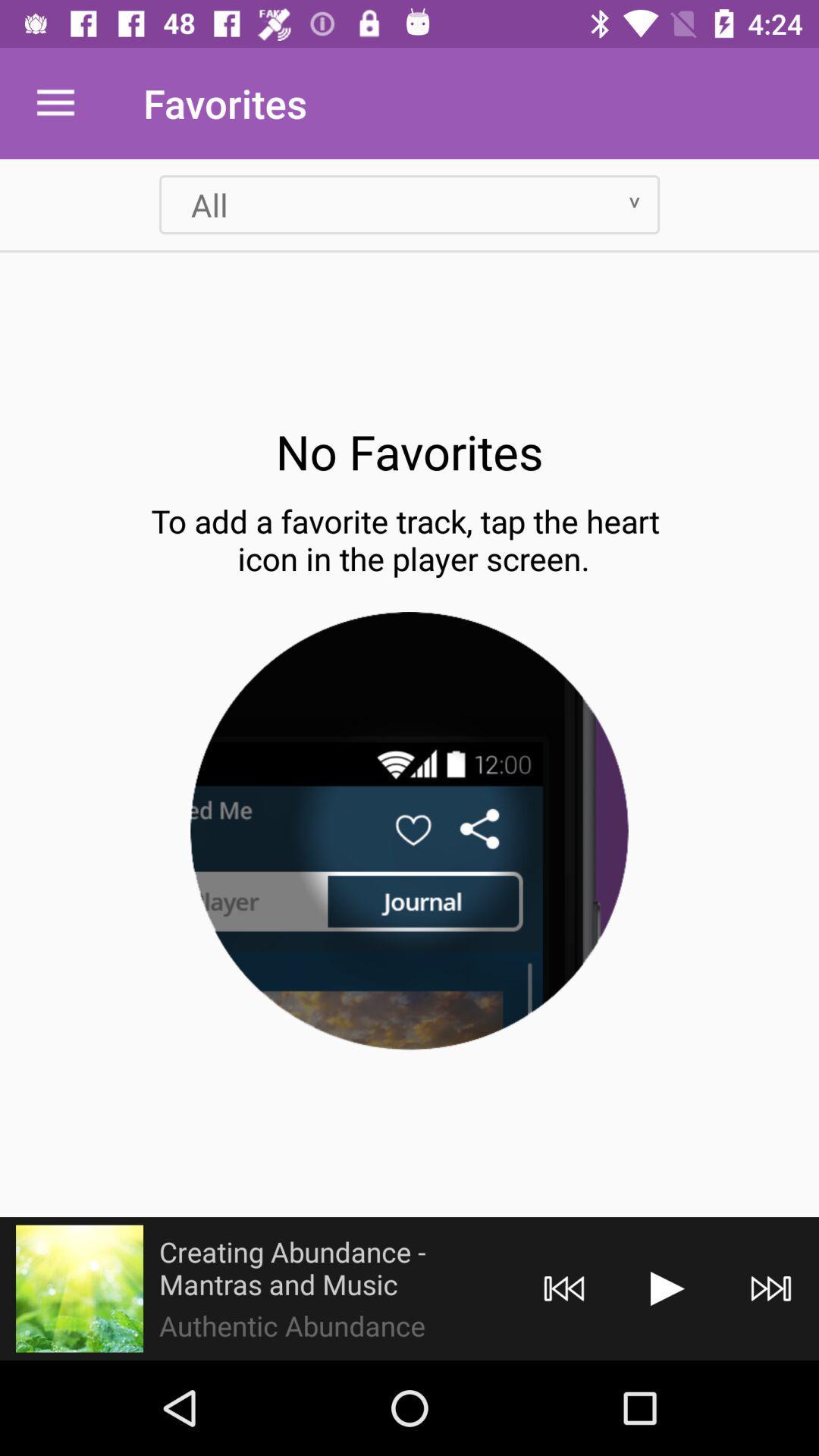 This screenshot has width=819, height=1456. Describe the element at coordinates (771, 1288) in the screenshot. I see `skip forwards` at that location.